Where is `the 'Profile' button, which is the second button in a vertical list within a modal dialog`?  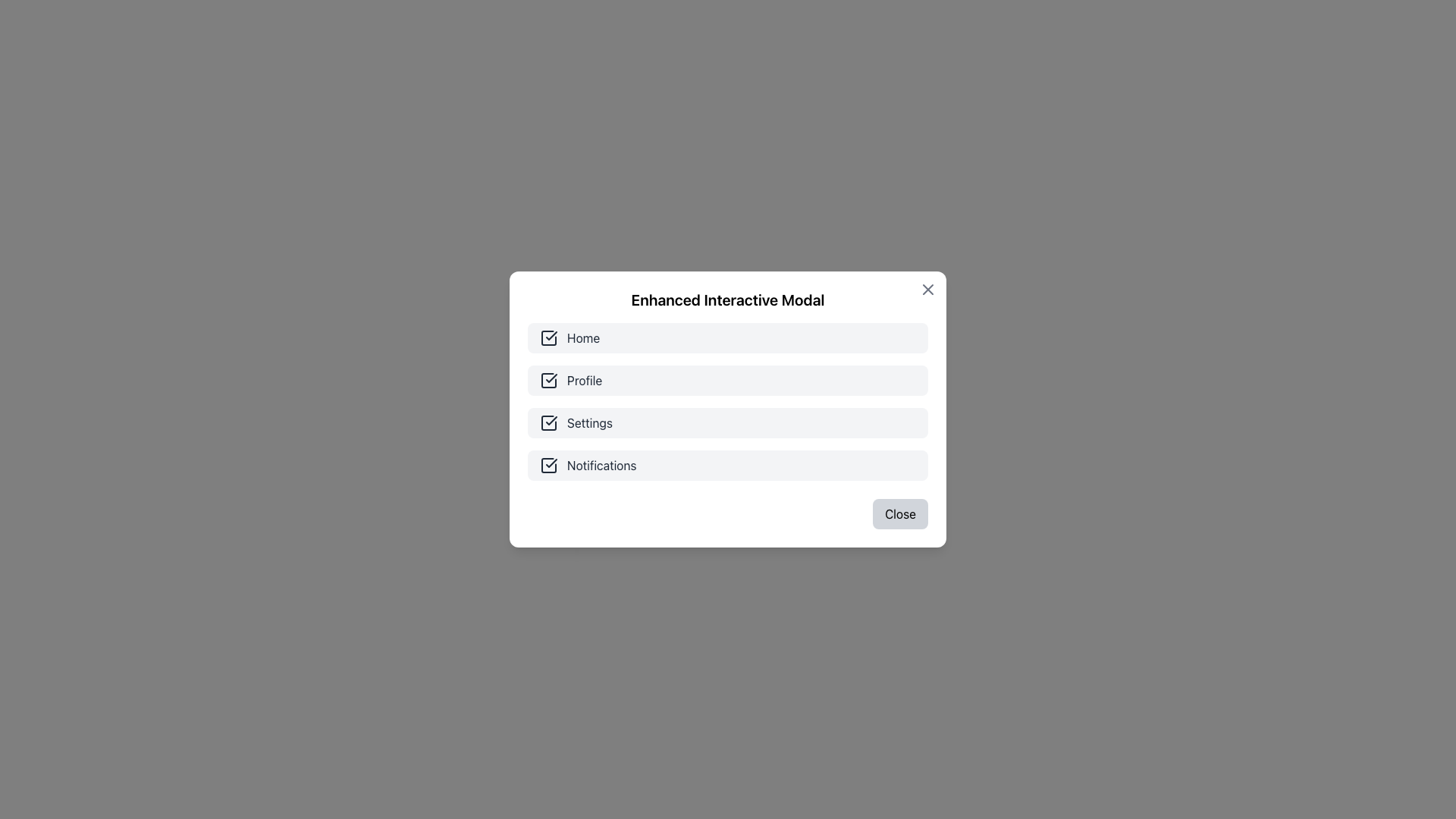 the 'Profile' button, which is the second button in a vertical list within a modal dialog is located at coordinates (728, 379).